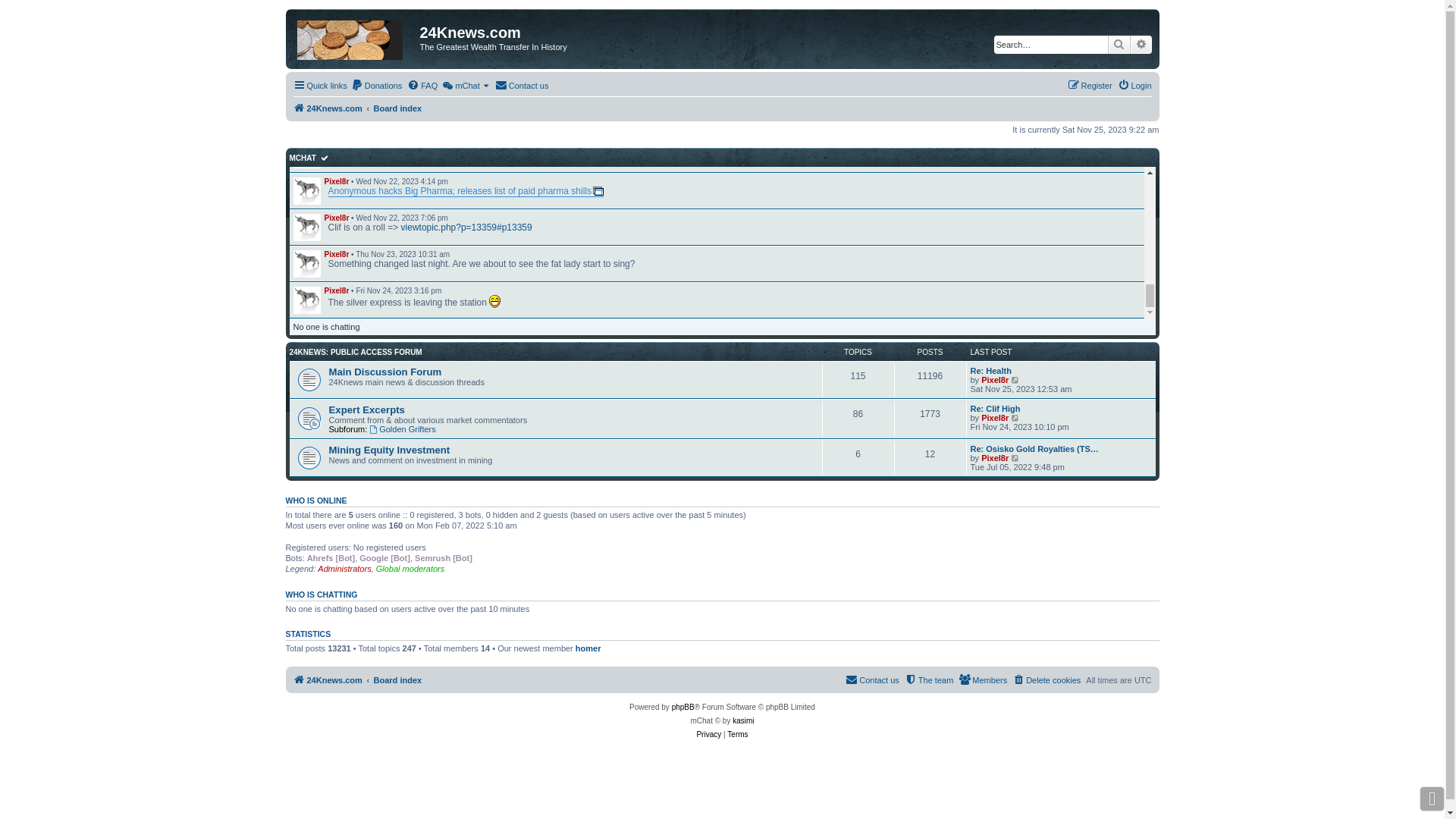 Image resolution: width=1456 pixels, height=819 pixels. I want to click on 'Advanced search', so click(1140, 43).